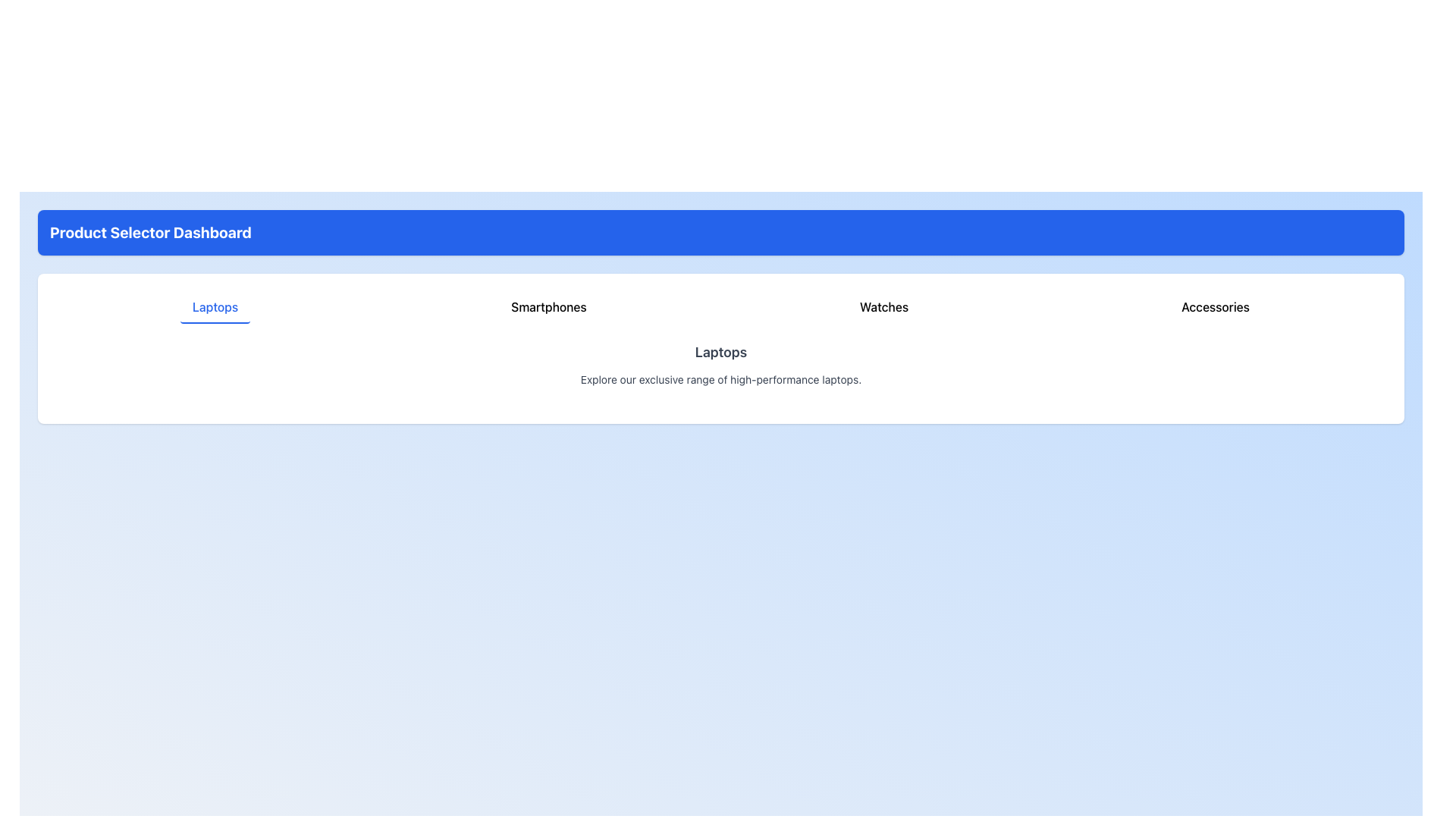 This screenshot has width=1456, height=819. Describe the element at coordinates (884, 307) in the screenshot. I see `the 'Watches' button in the navigation menu` at that location.